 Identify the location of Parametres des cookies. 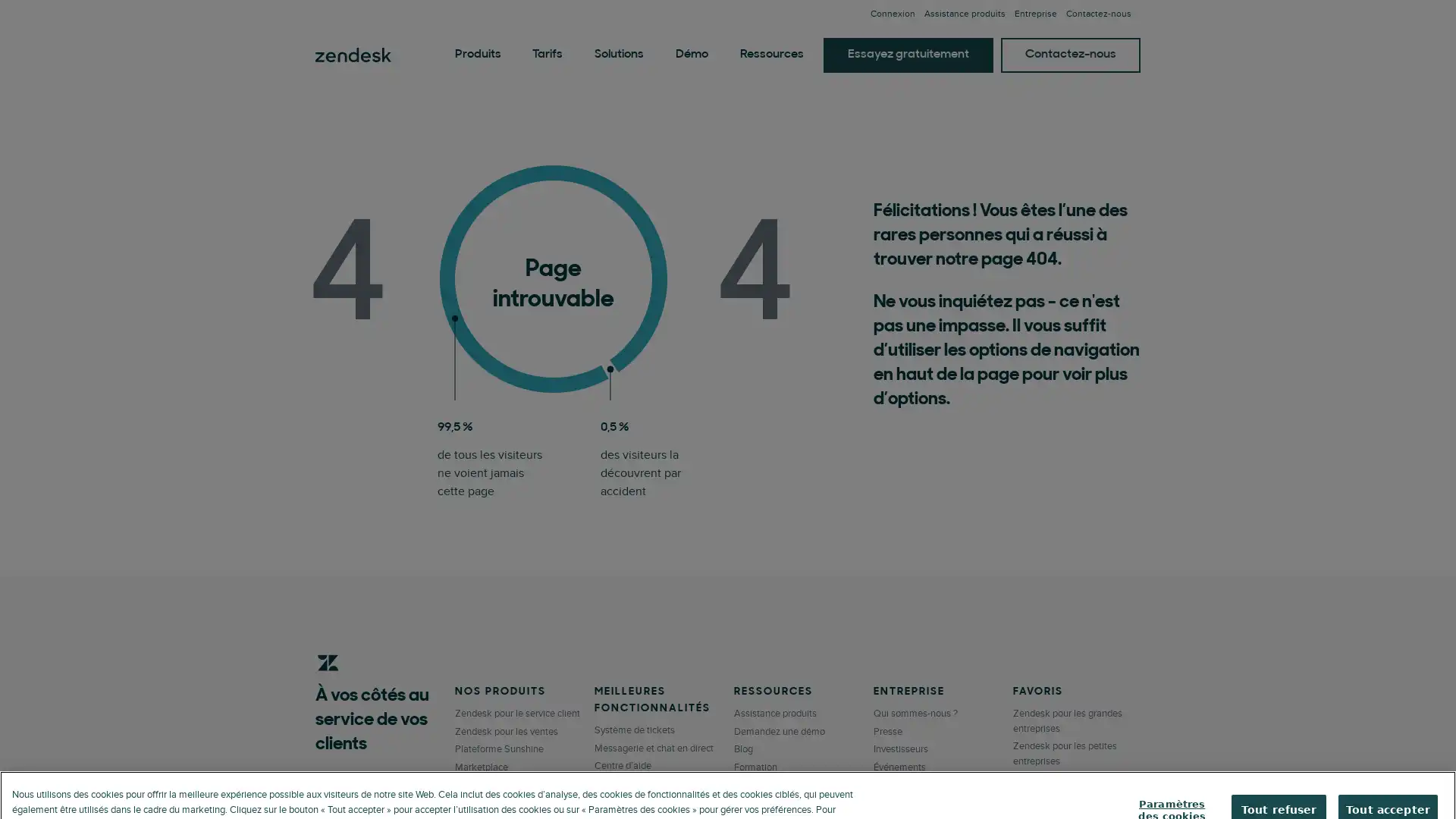
(1175, 780).